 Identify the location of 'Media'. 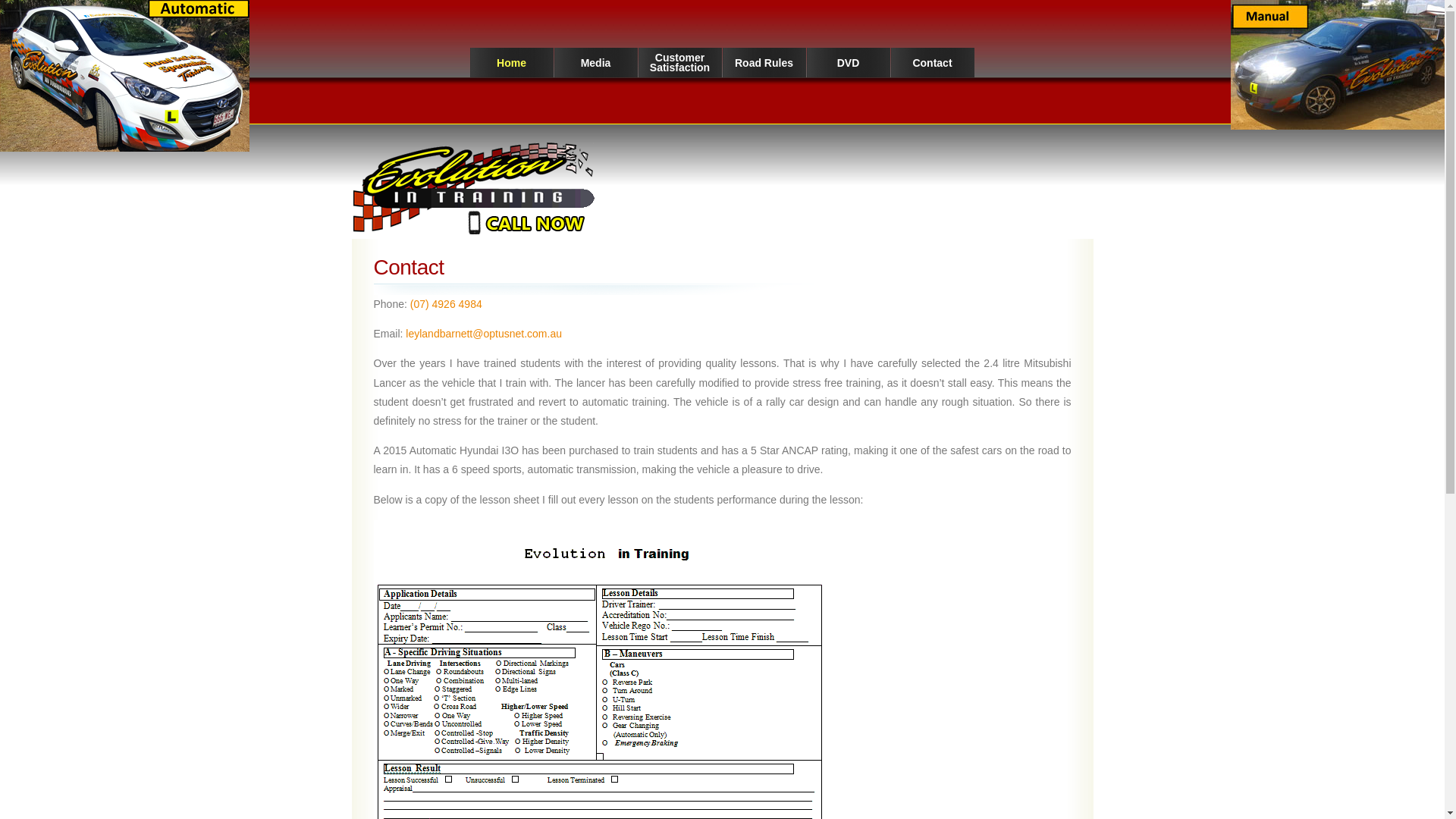
(552, 63).